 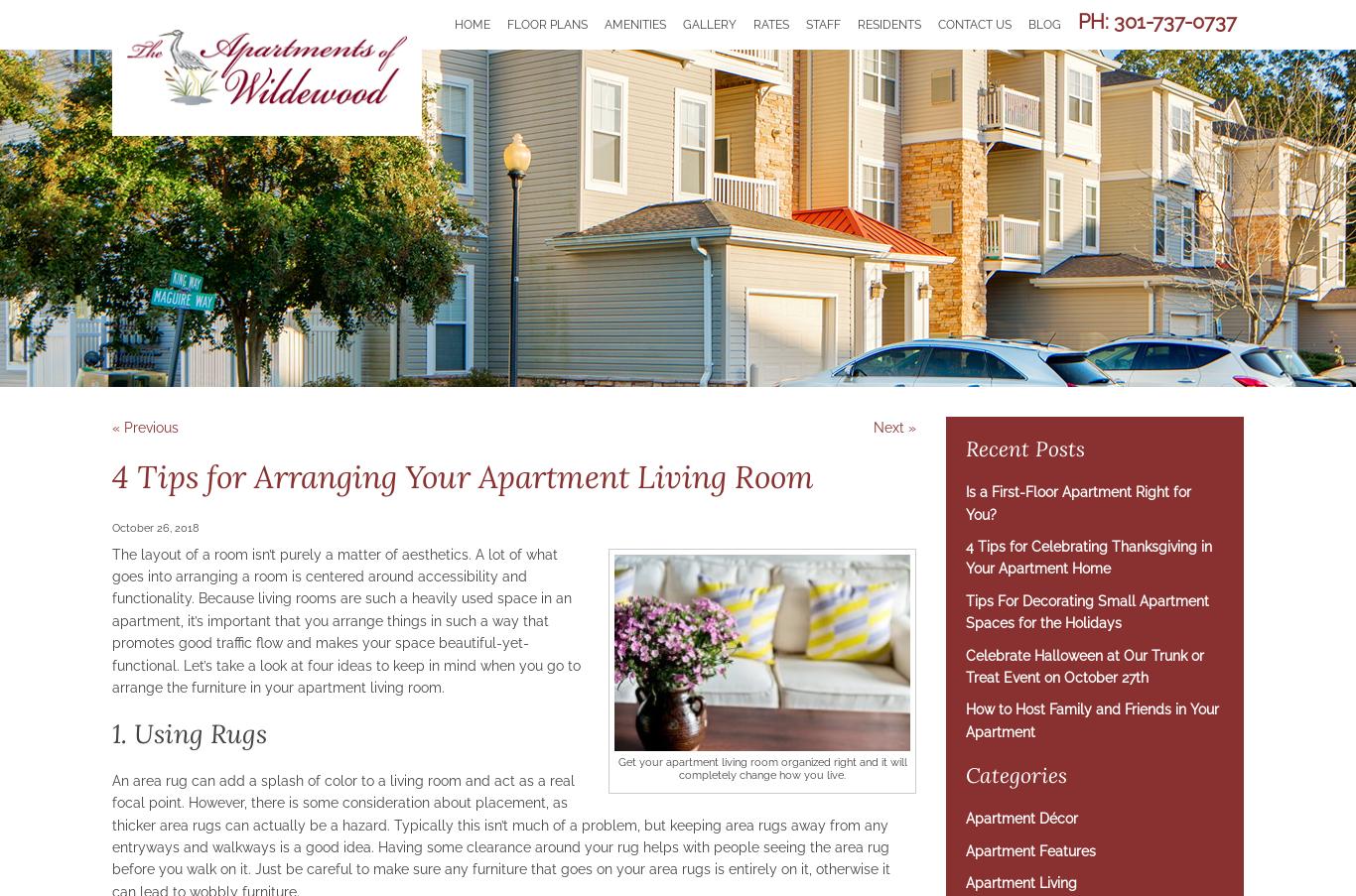 What do you see at coordinates (473, 23) in the screenshot?
I see `'Home'` at bounding box center [473, 23].